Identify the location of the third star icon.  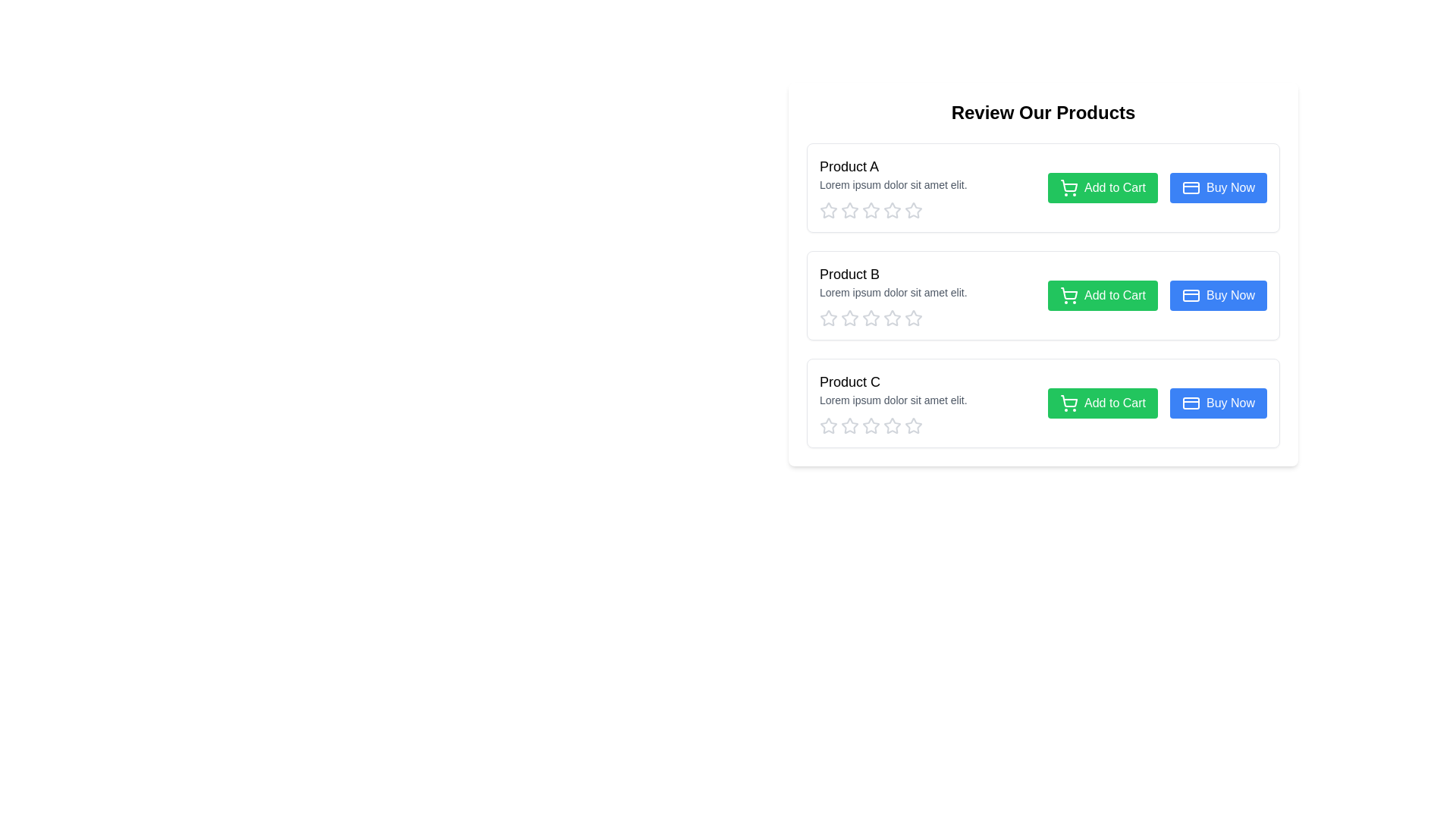
(871, 210).